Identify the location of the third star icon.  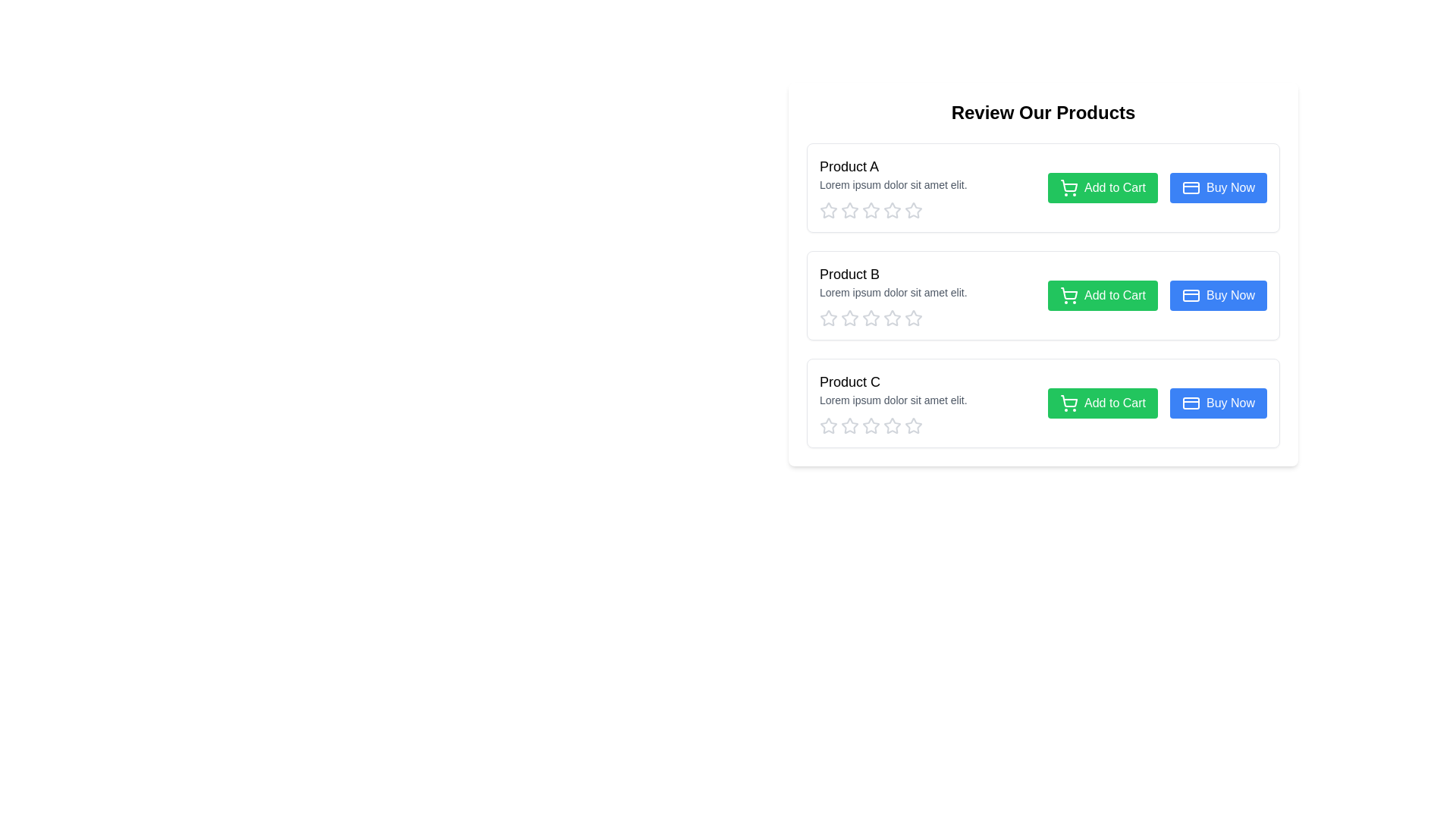
(871, 210).